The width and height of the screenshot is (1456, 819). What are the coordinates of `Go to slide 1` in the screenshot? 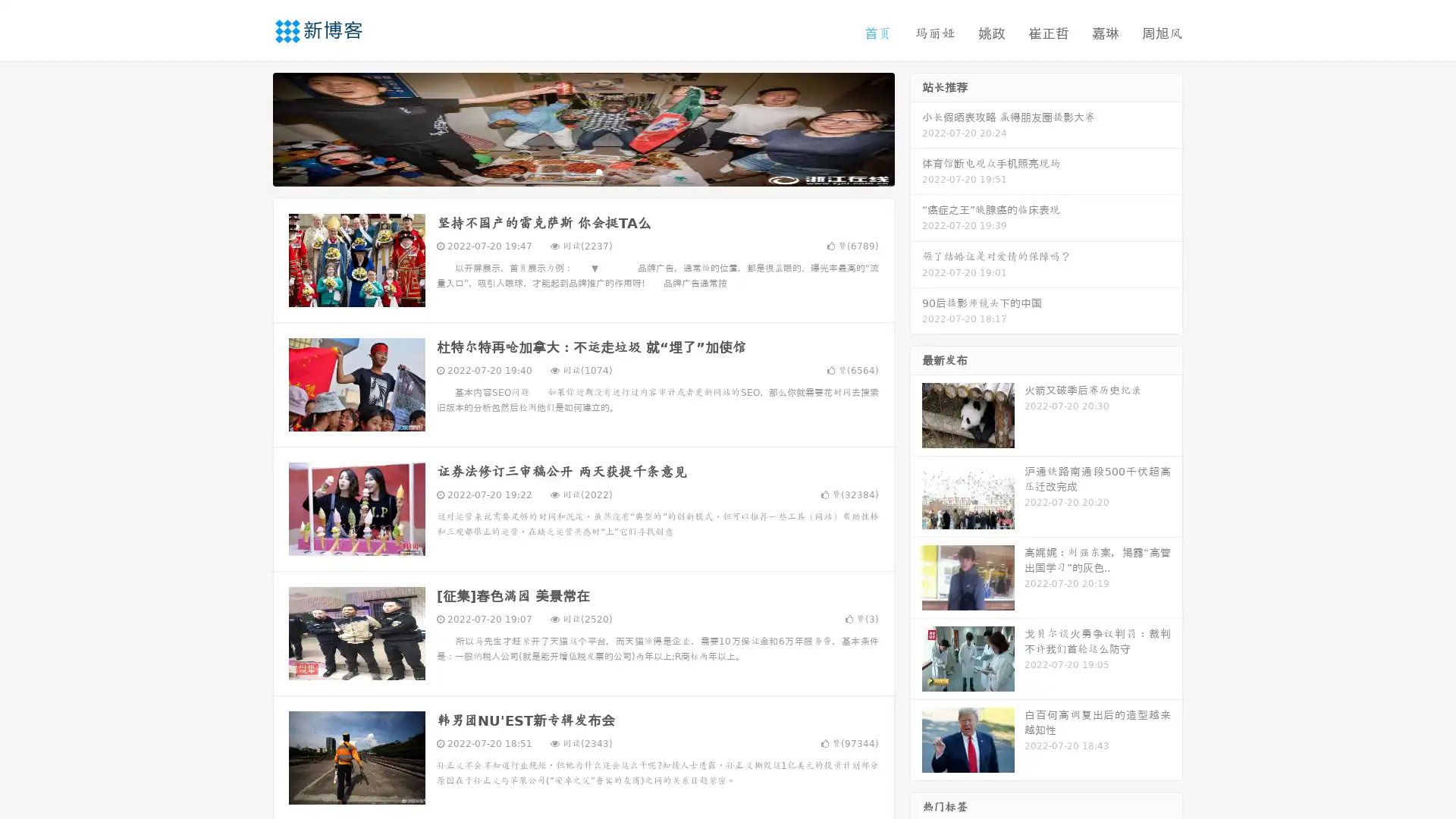 It's located at (567, 171).